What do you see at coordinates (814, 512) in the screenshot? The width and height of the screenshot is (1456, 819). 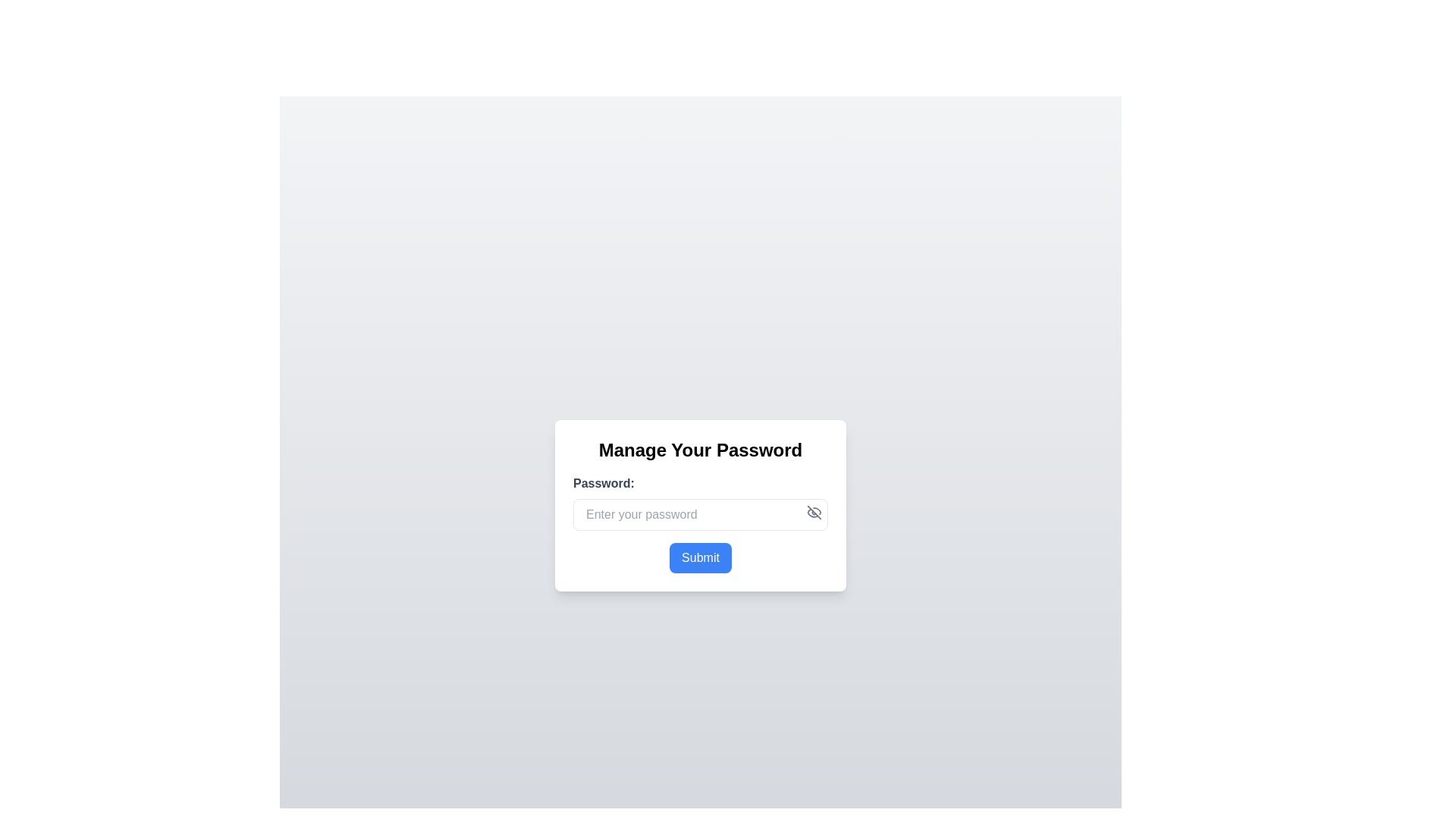 I see `the toggle button located to the top-right of the 'Enter your password' input field` at bounding box center [814, 512].